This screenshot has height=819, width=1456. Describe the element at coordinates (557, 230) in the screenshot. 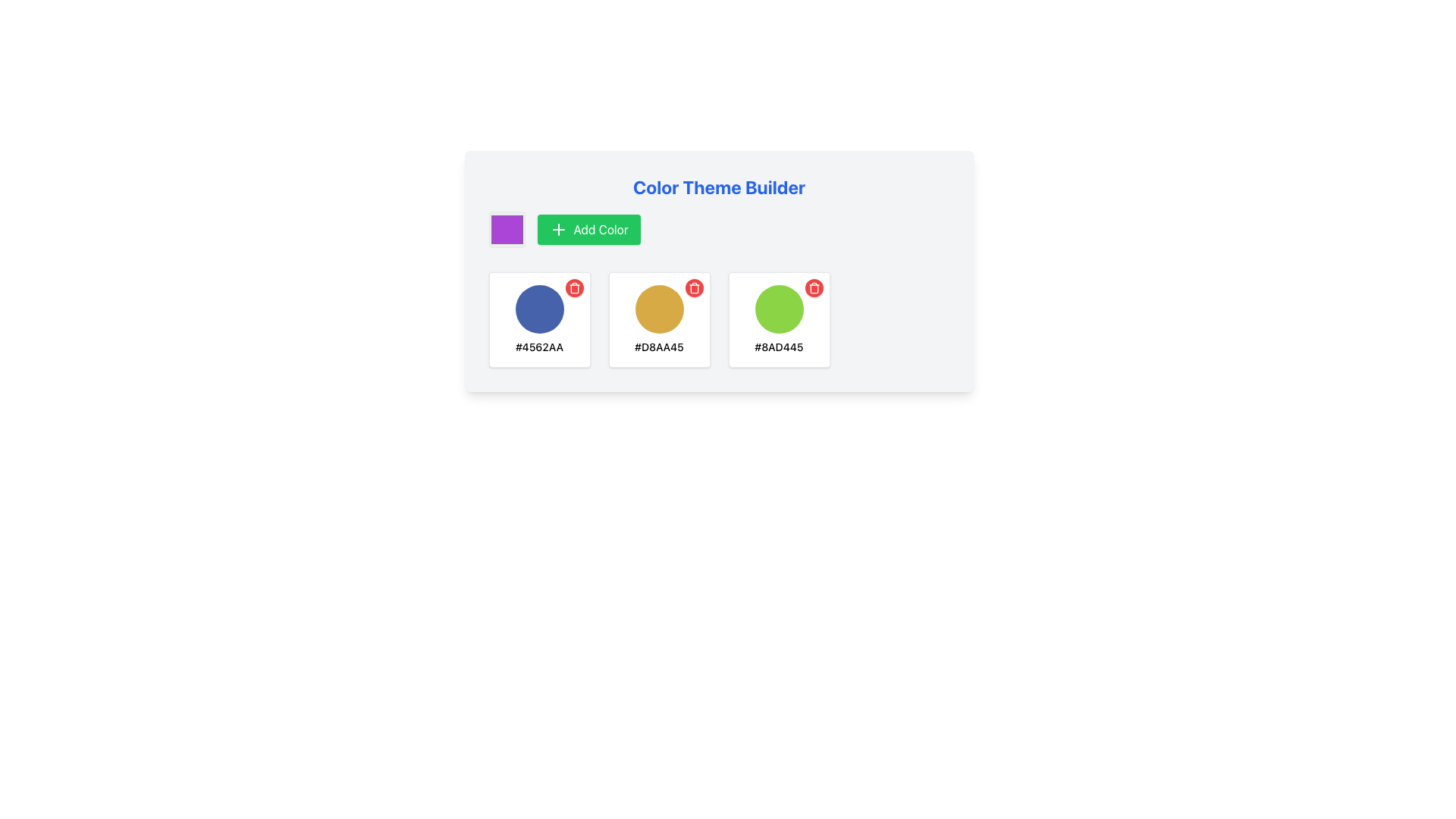

I see `the SVG graphic element that serves as an icon for adding a new color, located within the green rectangular button labeled 'Add Color' in the toolbar of the color picker interface` at that location.